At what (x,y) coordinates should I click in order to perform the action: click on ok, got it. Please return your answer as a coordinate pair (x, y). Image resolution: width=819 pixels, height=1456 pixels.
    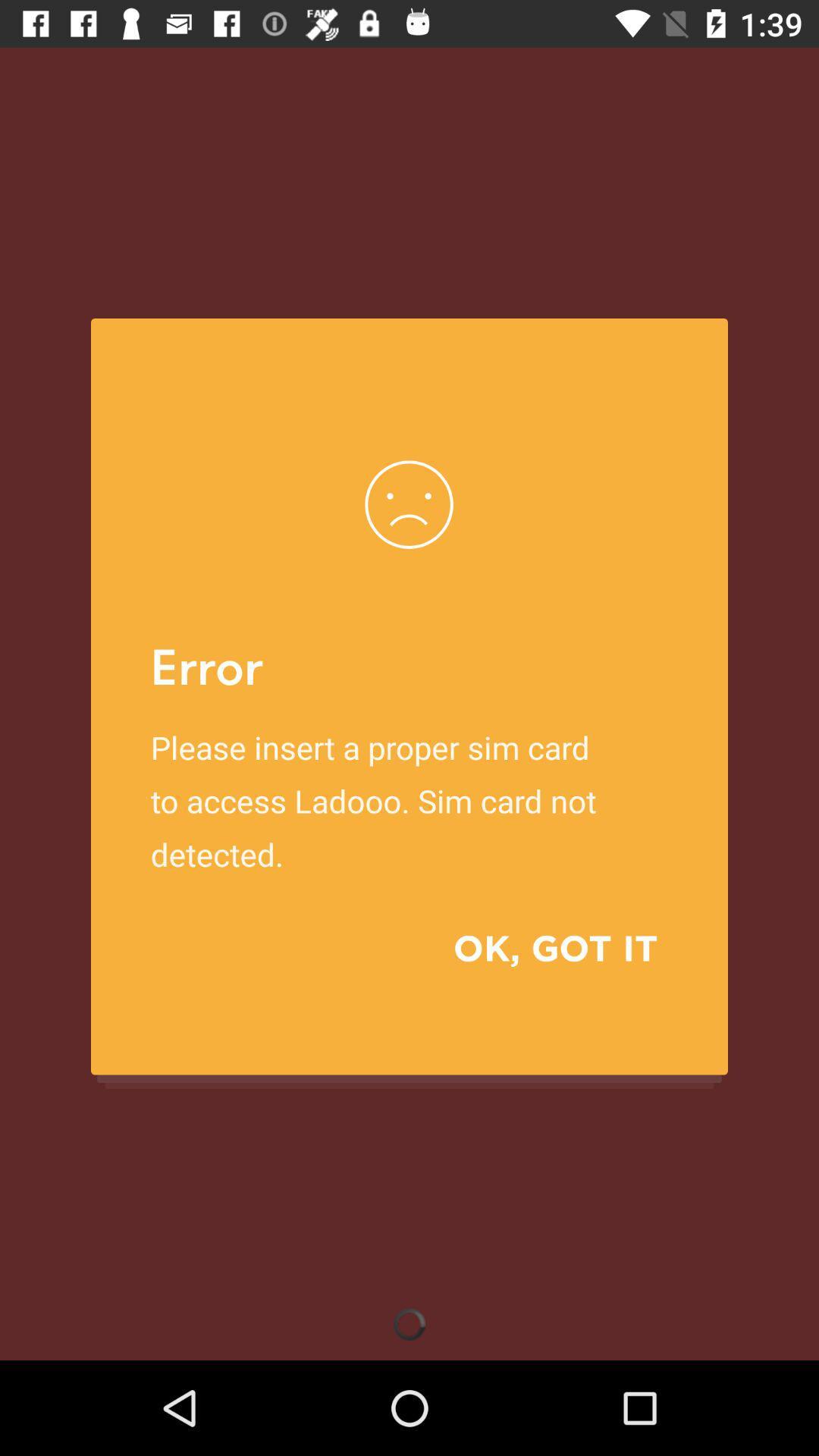
    Looking at the image, I should click on (532, 947).